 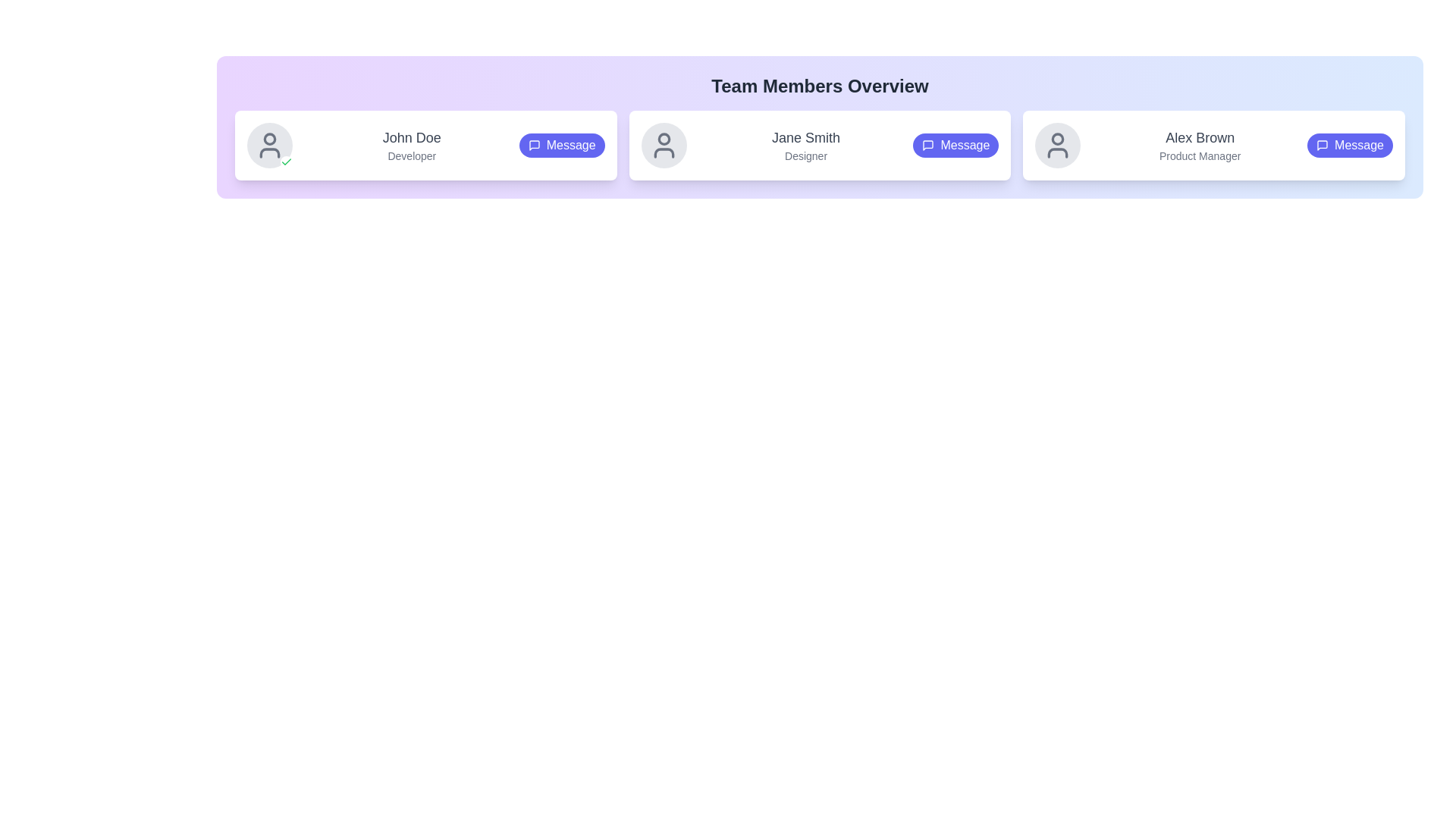 I want to click on the SVG Circle that represents the head of the user avatar for 'John Doe', located in the leftmost user card, so click(x=269, y=138).